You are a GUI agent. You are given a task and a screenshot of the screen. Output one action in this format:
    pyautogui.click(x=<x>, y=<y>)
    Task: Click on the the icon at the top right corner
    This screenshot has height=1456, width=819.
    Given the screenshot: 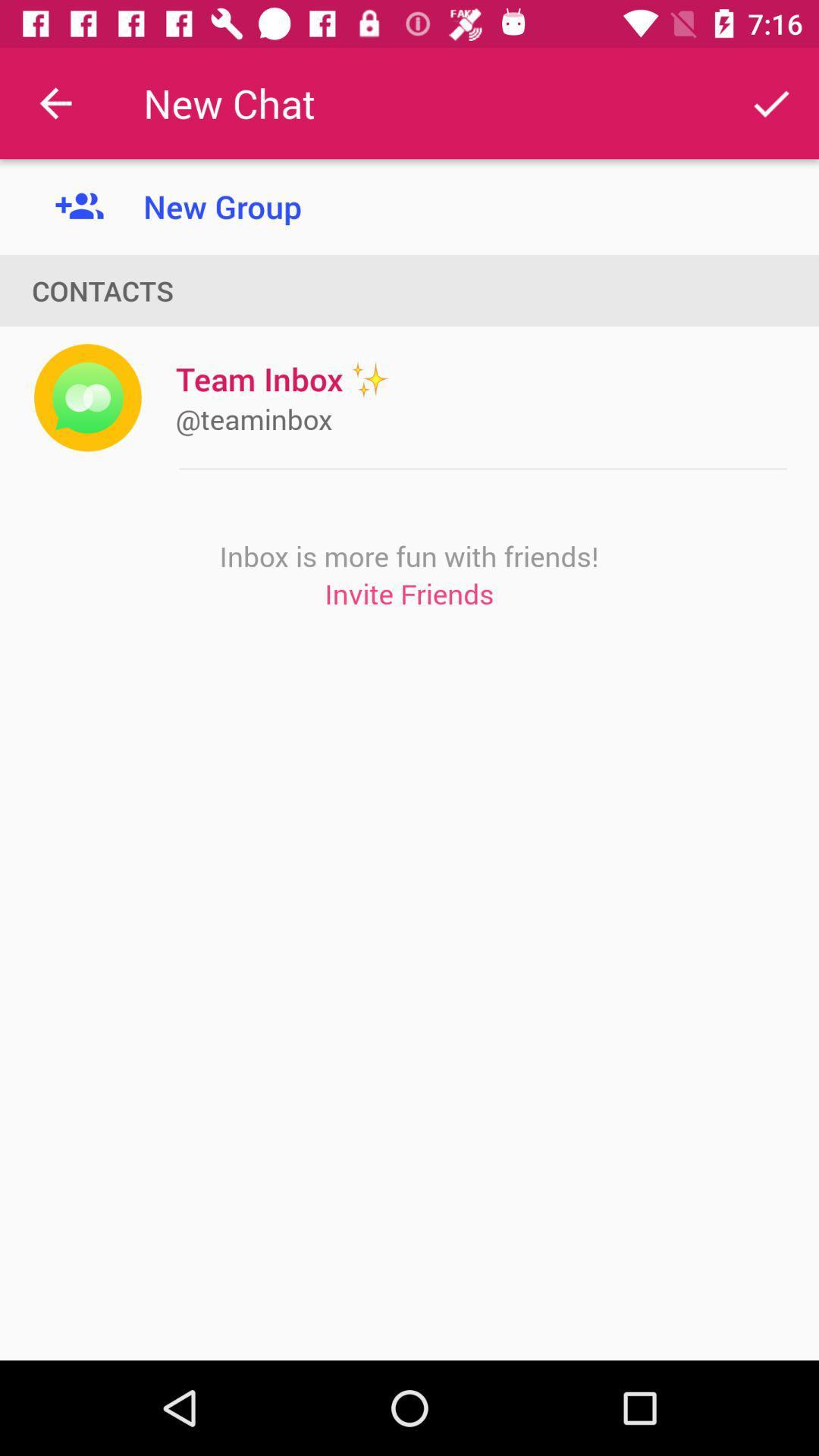 What is the action you would take?
    pyautogui.click(x=771, y=102)
    